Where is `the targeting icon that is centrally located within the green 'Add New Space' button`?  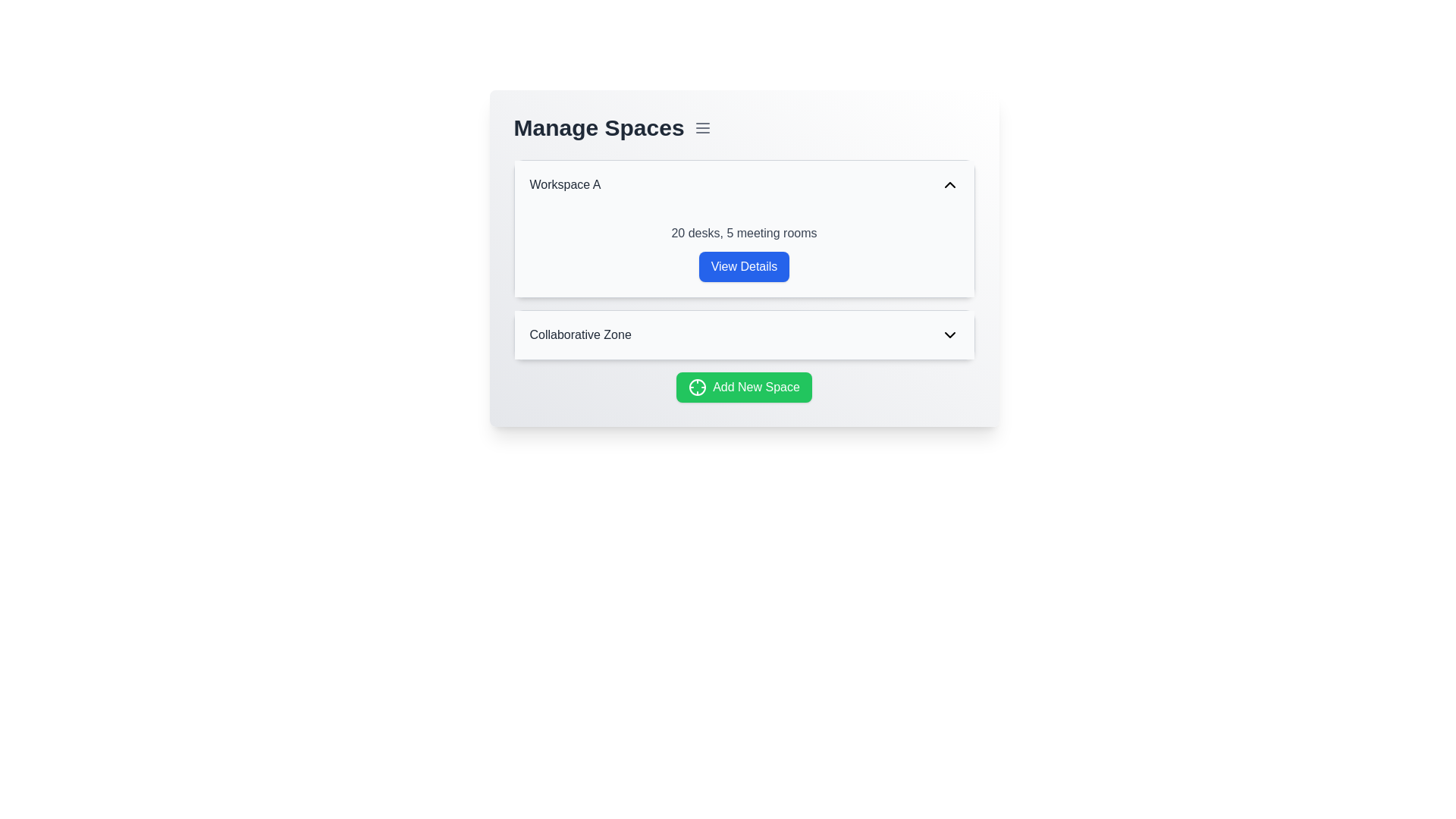 the targeting icon that is centrally located within the green 'Add New Space' button is located at coordinates (697, 386).